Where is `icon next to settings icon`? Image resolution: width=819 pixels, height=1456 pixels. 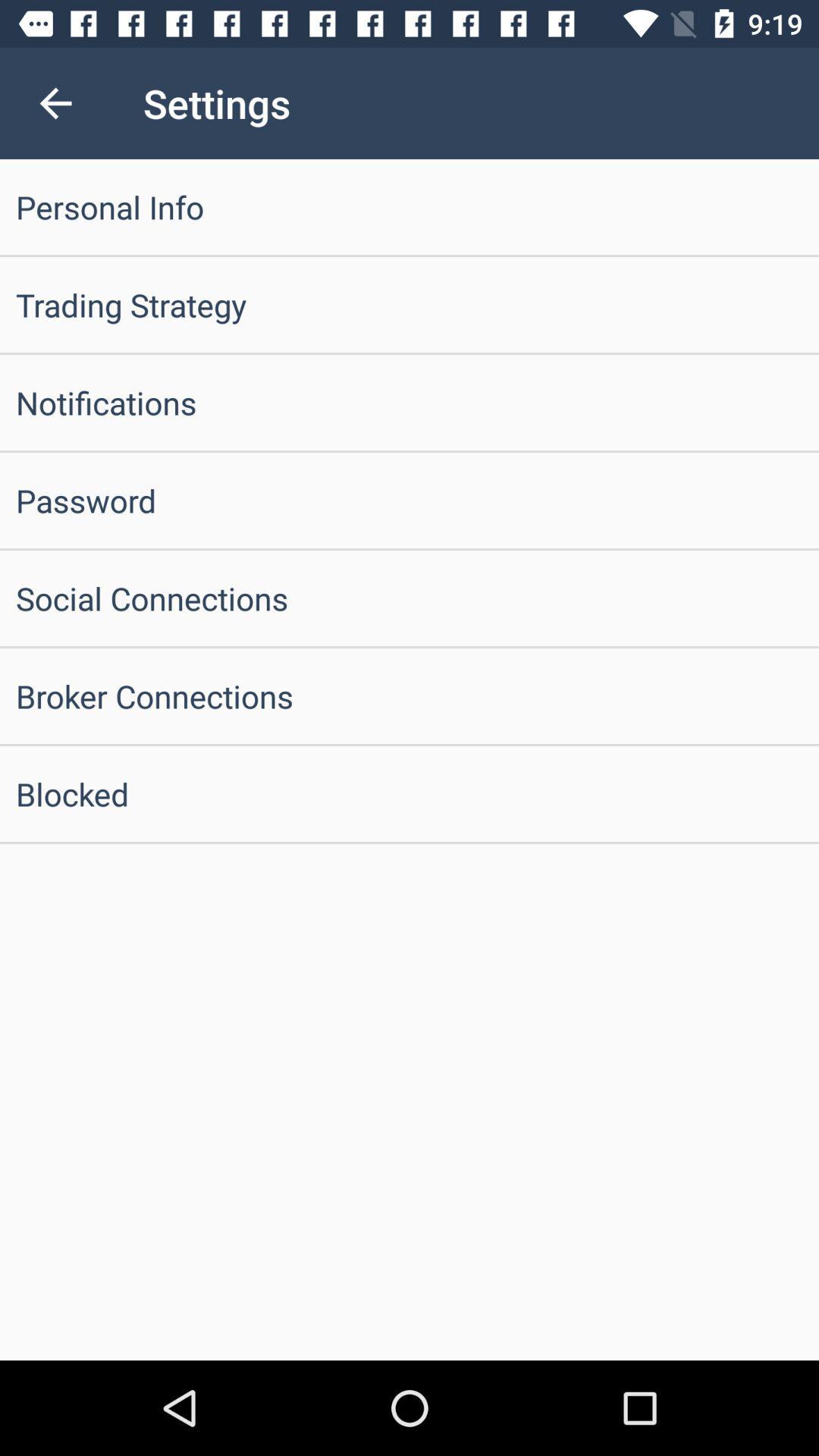 icon next to settings icon is located at coordinates (55, 102).